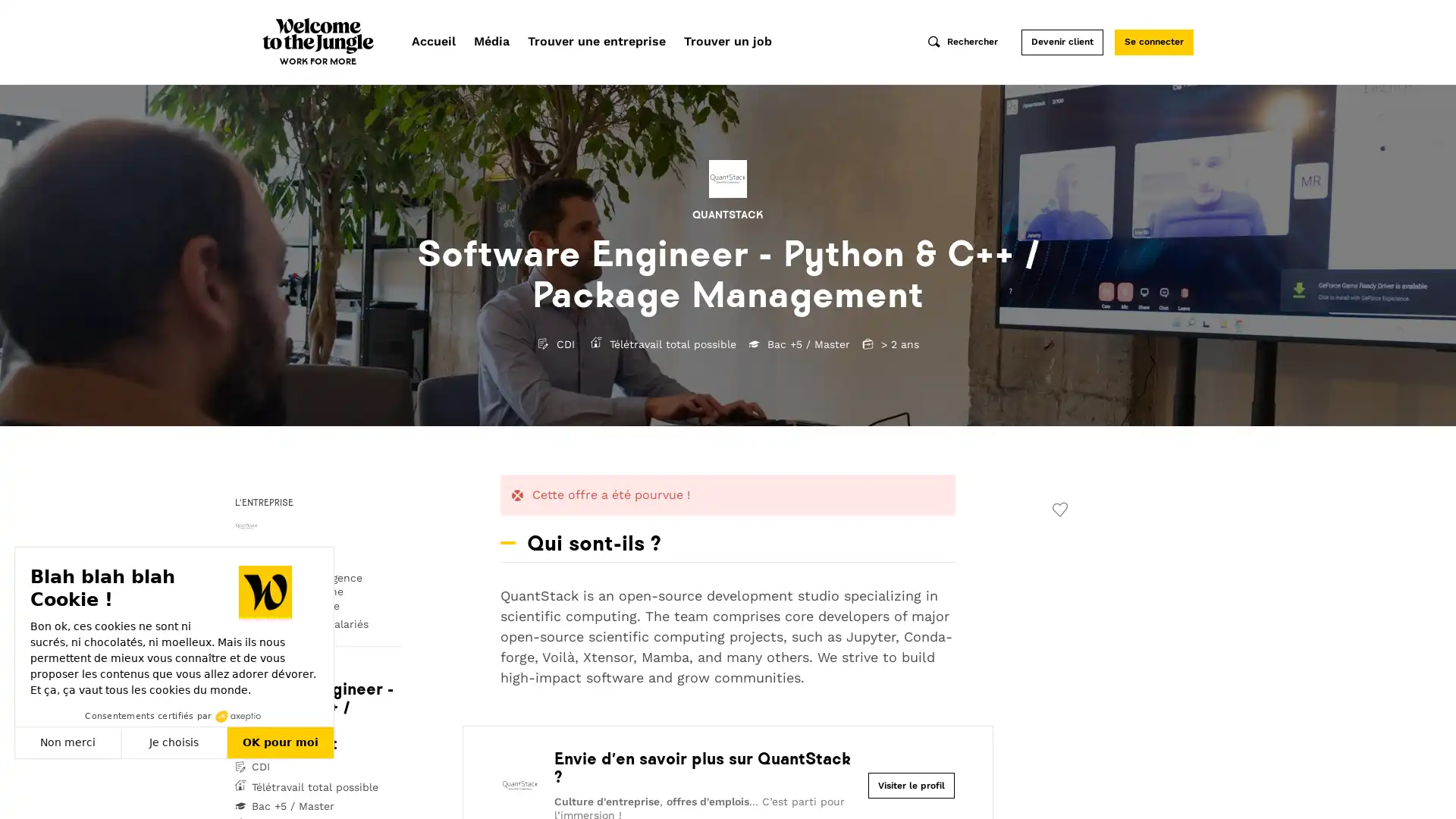 This screenshot has height=819, width=1456. Describe the element at coordinates (67, 742) in the screenshot. I see `Non merci` at that location.